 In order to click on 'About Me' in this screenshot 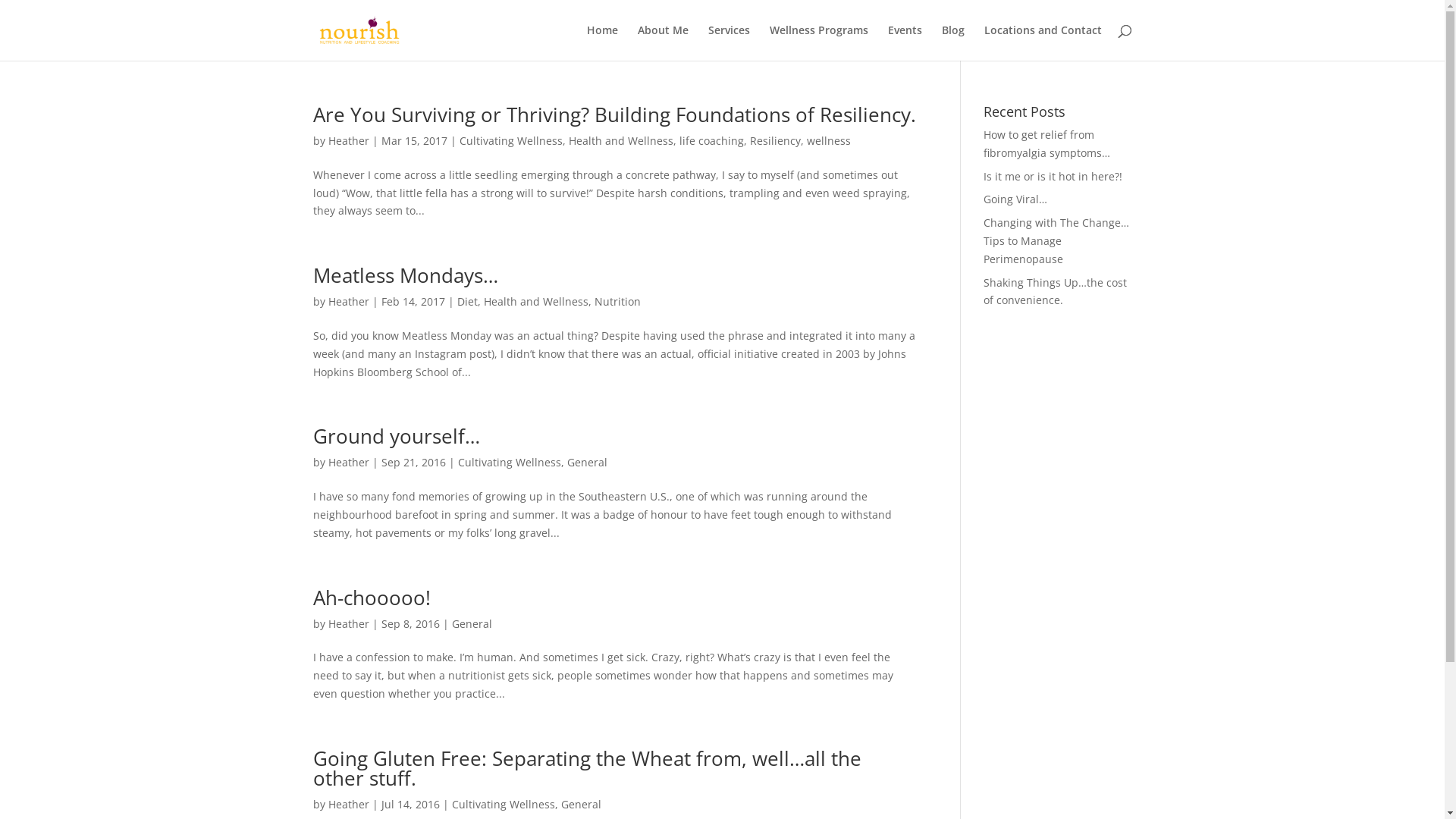, I will do `click(662, 42)`.